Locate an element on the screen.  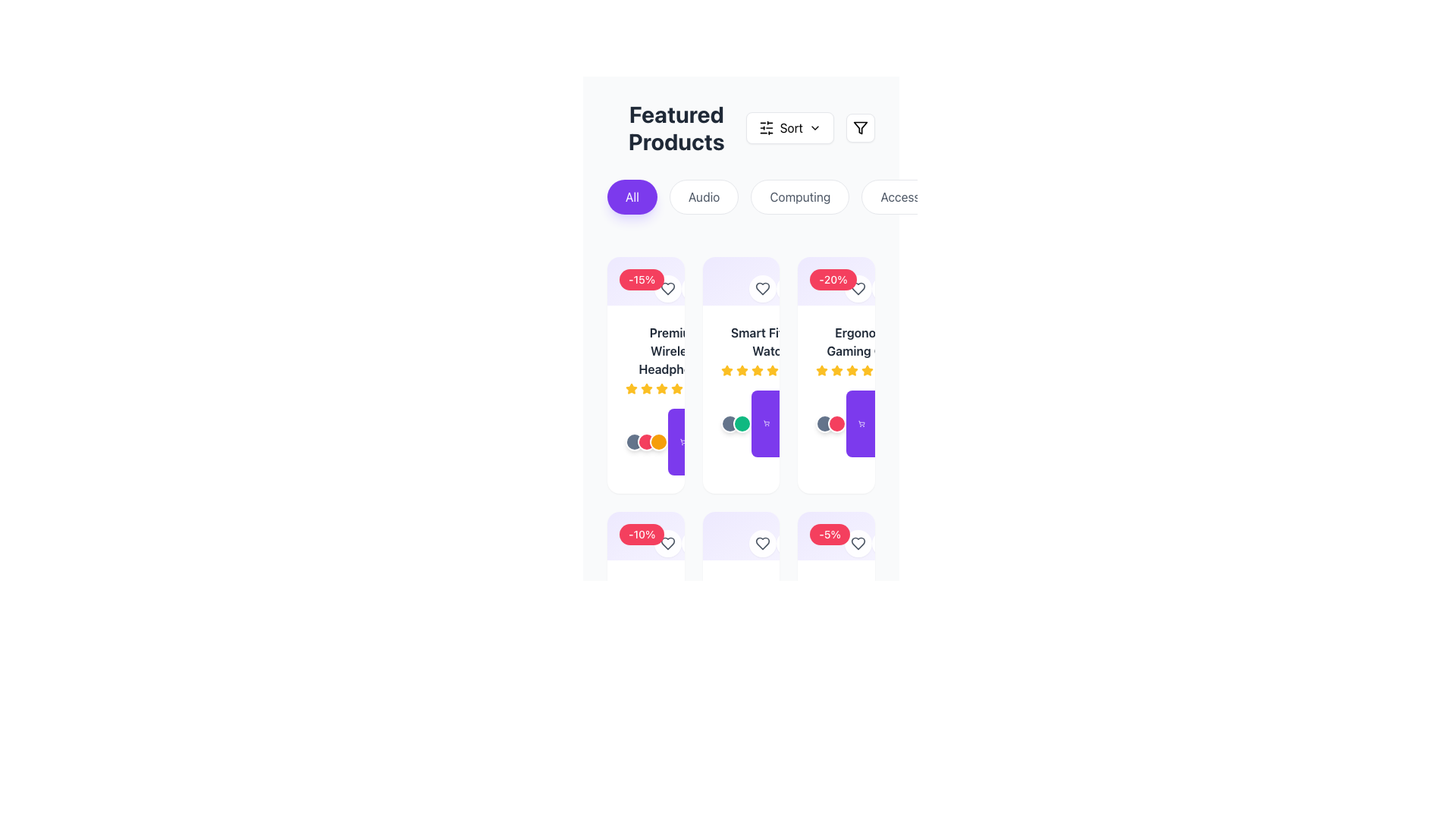
the fifth star icon in the rating display for the 'Smart Fitness Watch' product card, which is a bright amber-yellow five-point star with rounded corners is located at coordinates (757, 371).